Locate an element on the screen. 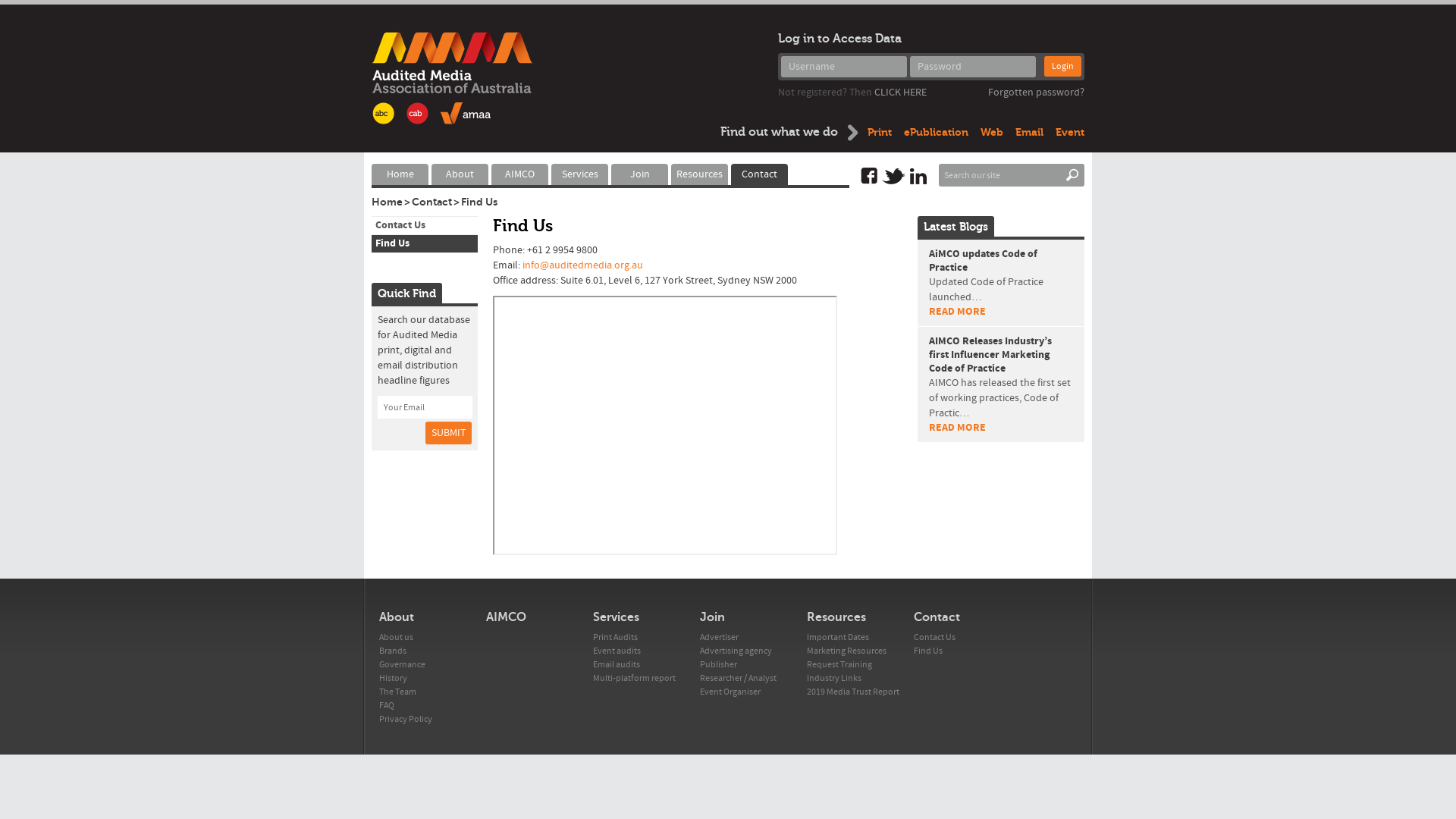 The image size is (1456, 819). 'SUBMIT' is located at coordinates (447, 432).